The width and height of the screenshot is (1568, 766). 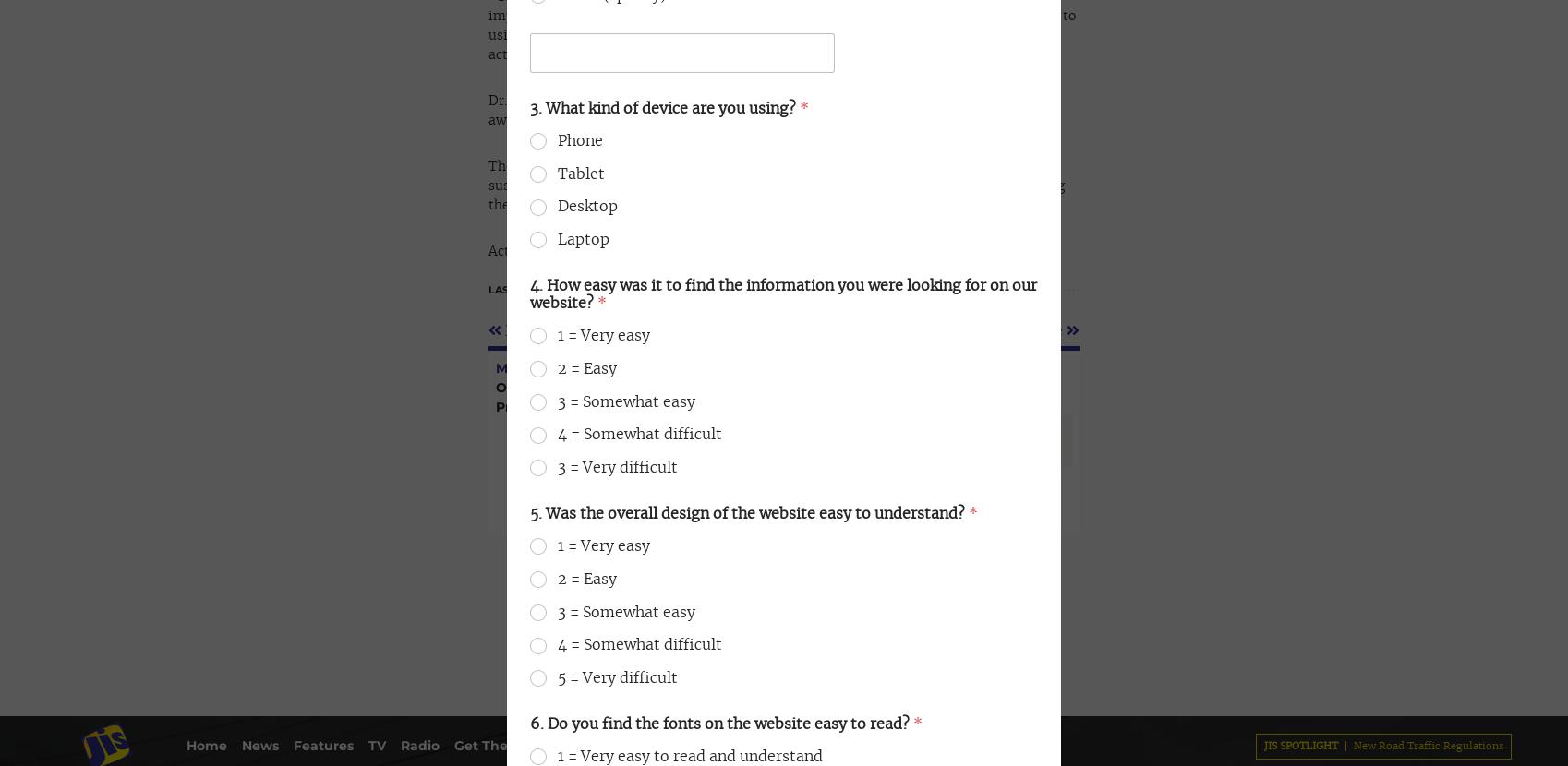 What do you see at coordinates (614, 107) in the screenshot?
I see `'Opposition Leader'` at bounding box center [614, 107].